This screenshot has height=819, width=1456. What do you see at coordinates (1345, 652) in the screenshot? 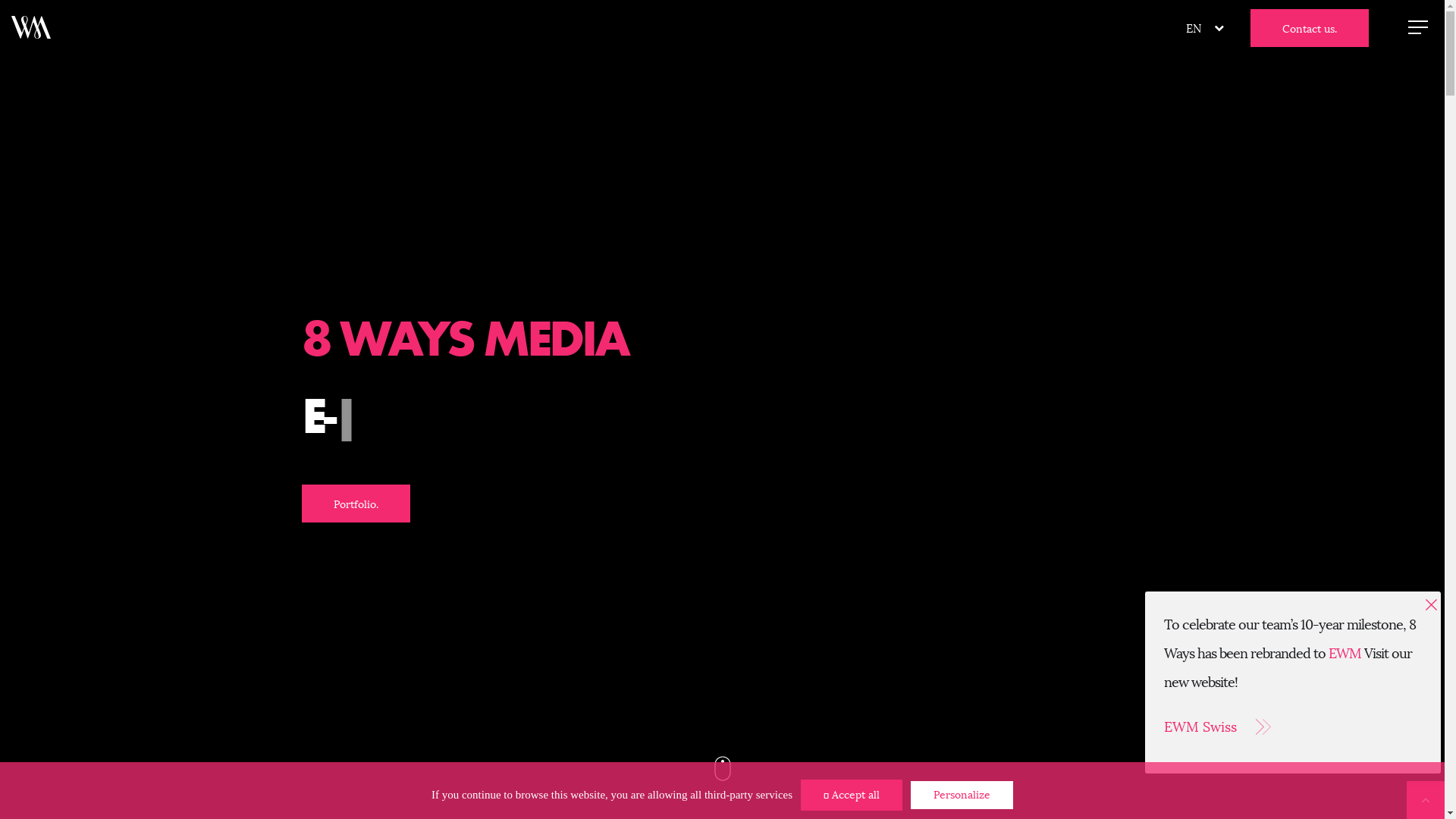
I see `'EWM'` at bounding box center [1345, 652].